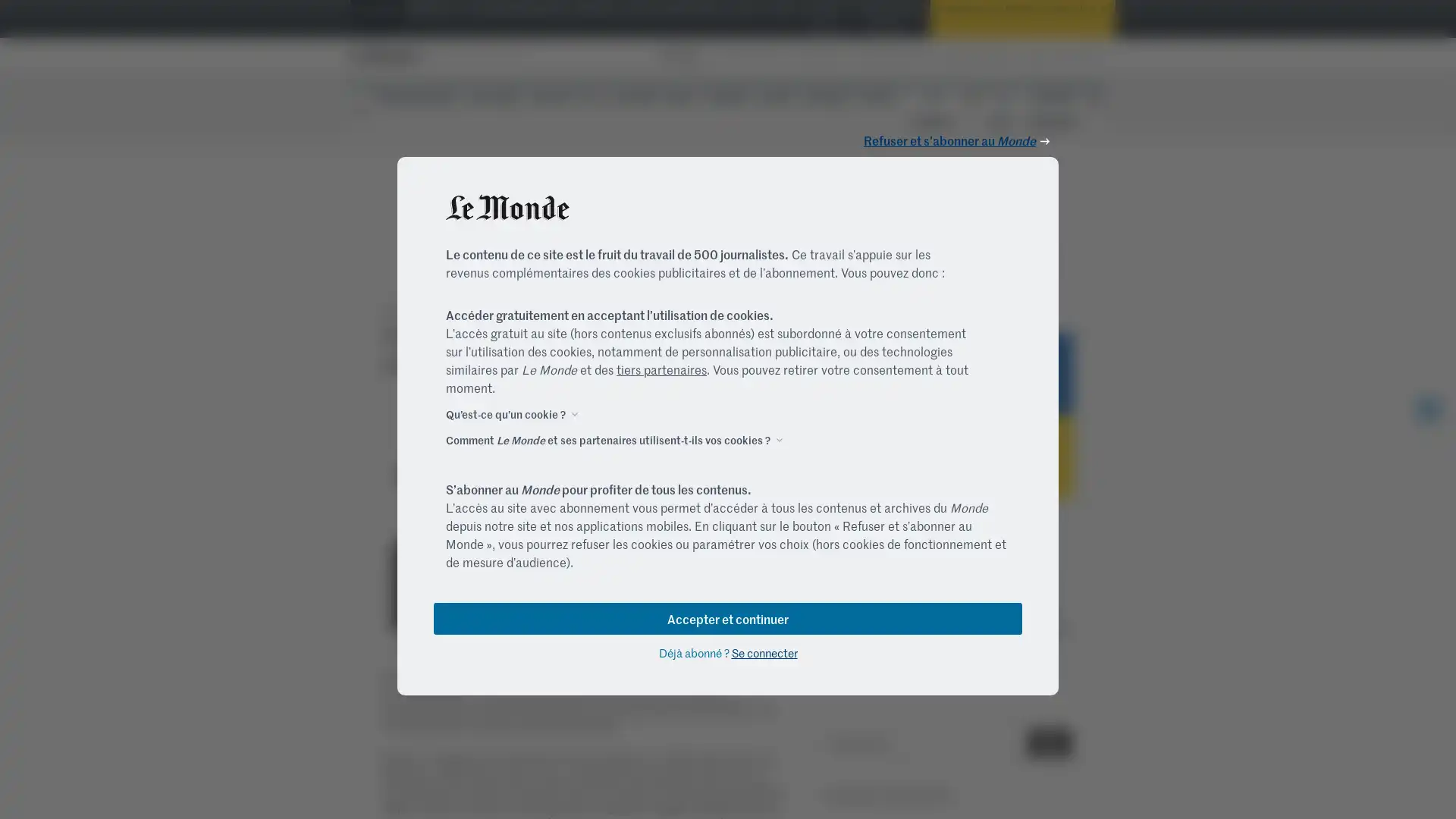 Image resolution: width=1456 pixels, height=819 pixels. What do you see at coordinates (728, 617) in the screenshot?
I see `Accepter et continuer` at bounding box center [728, 617].